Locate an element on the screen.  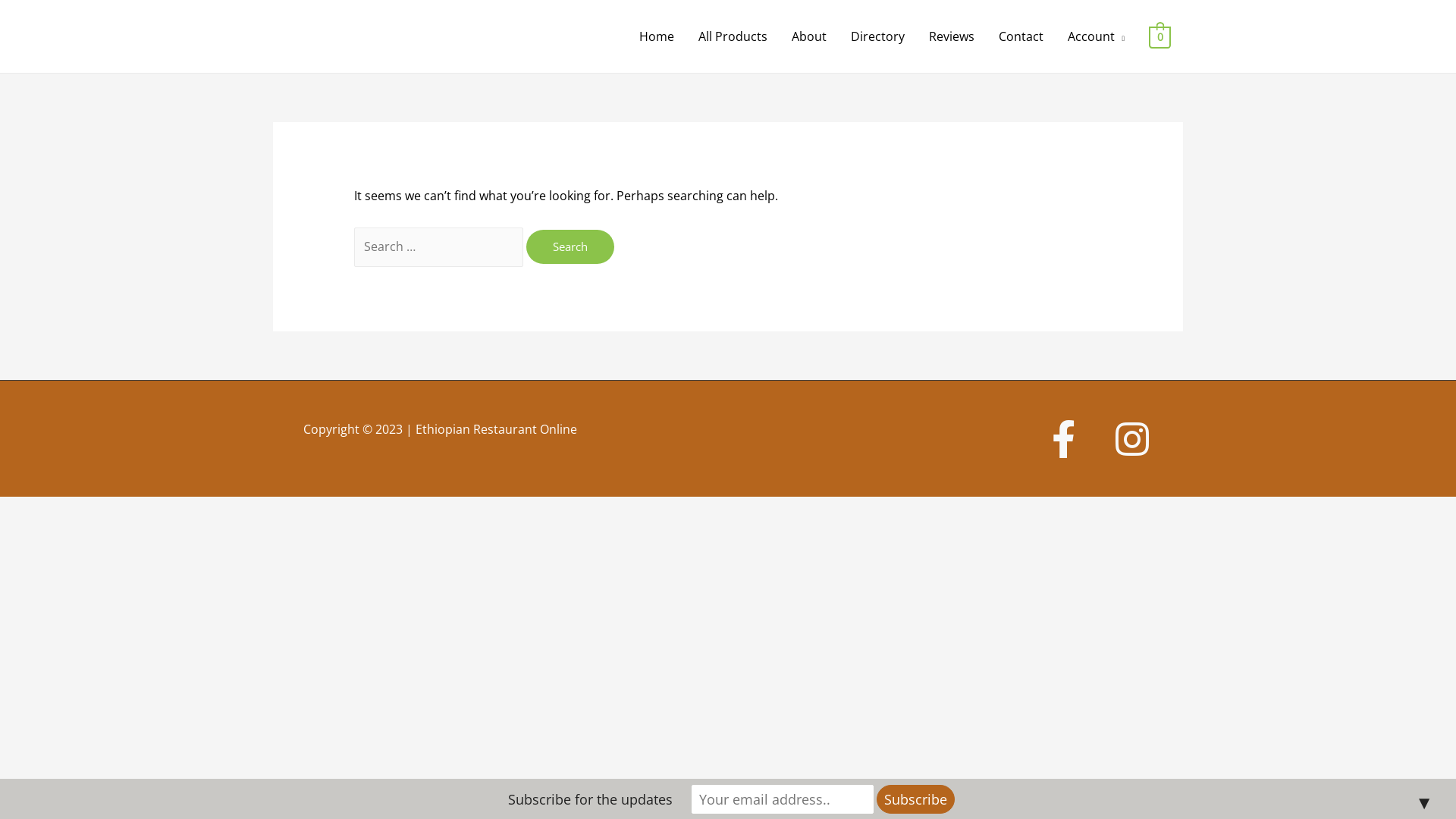
'0' is located at coordinates (1159, 35).